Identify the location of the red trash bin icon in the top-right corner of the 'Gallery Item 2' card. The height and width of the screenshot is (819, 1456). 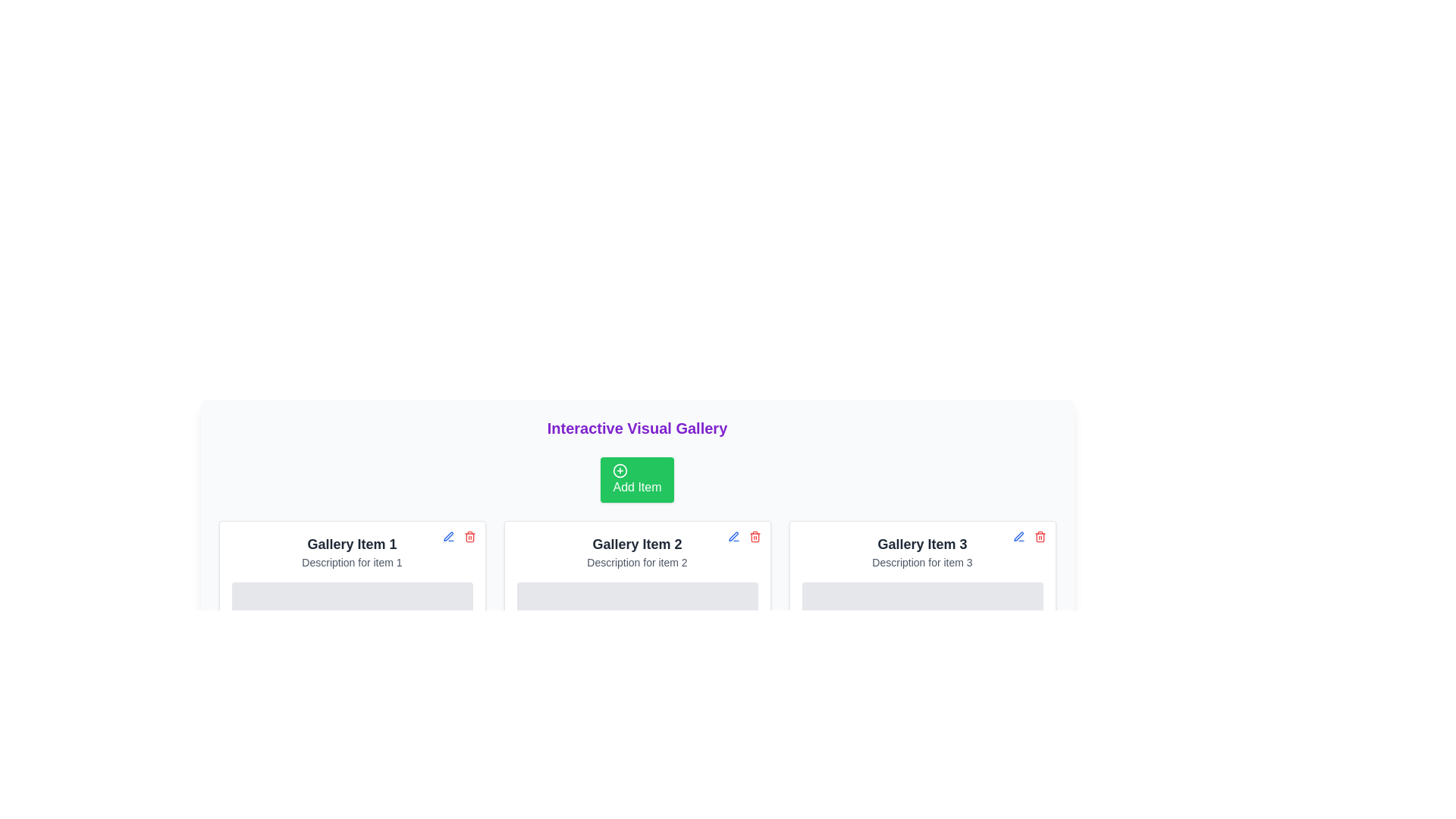
(755, 536).